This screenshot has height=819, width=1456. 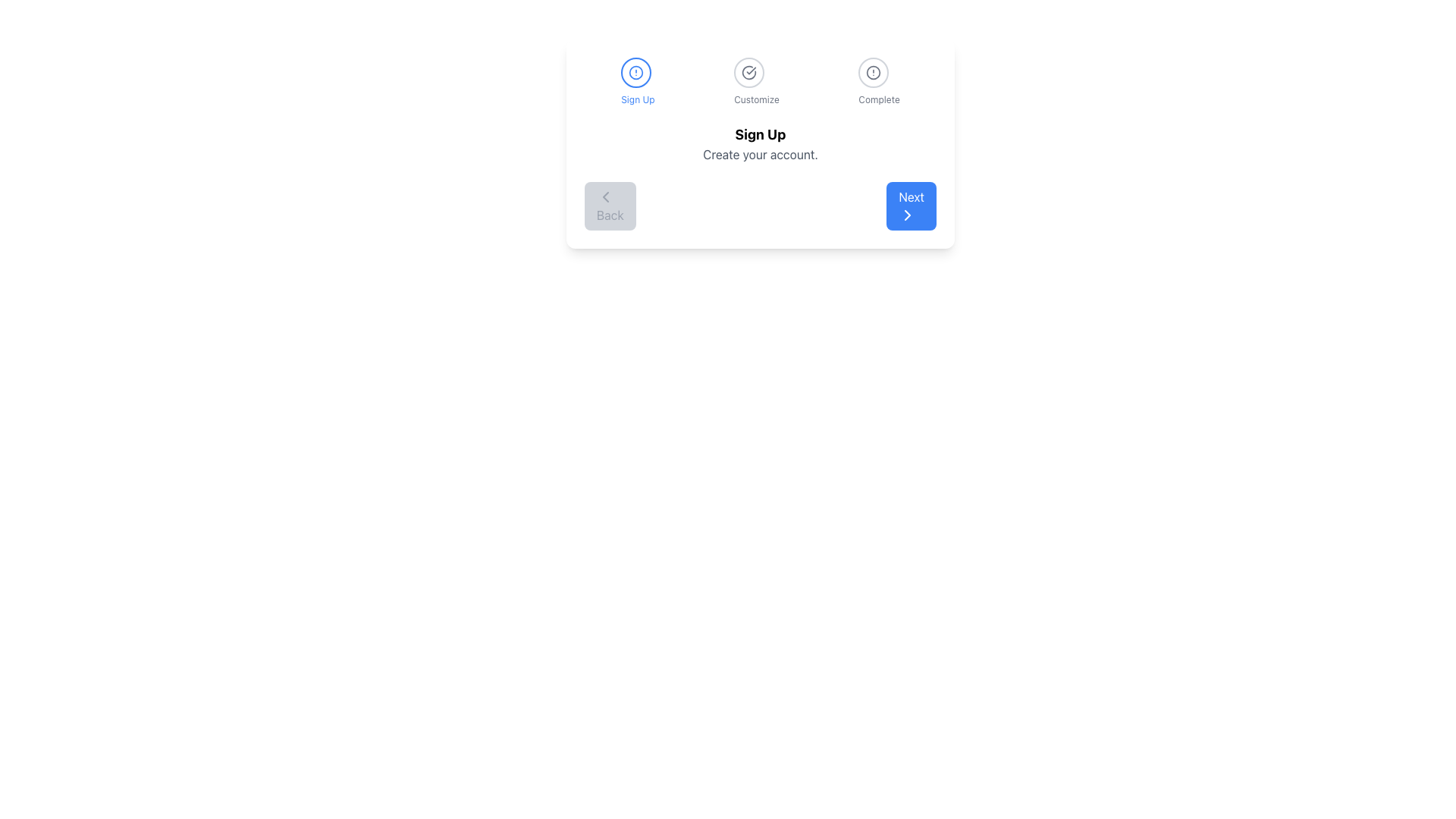 What do you see at coordinates (761, 133) in the screenshot?
I see `header text element indicating the current operation stage ('Sign Up') located at the top-middle portion of the interface` at bounding box center [761, 133].